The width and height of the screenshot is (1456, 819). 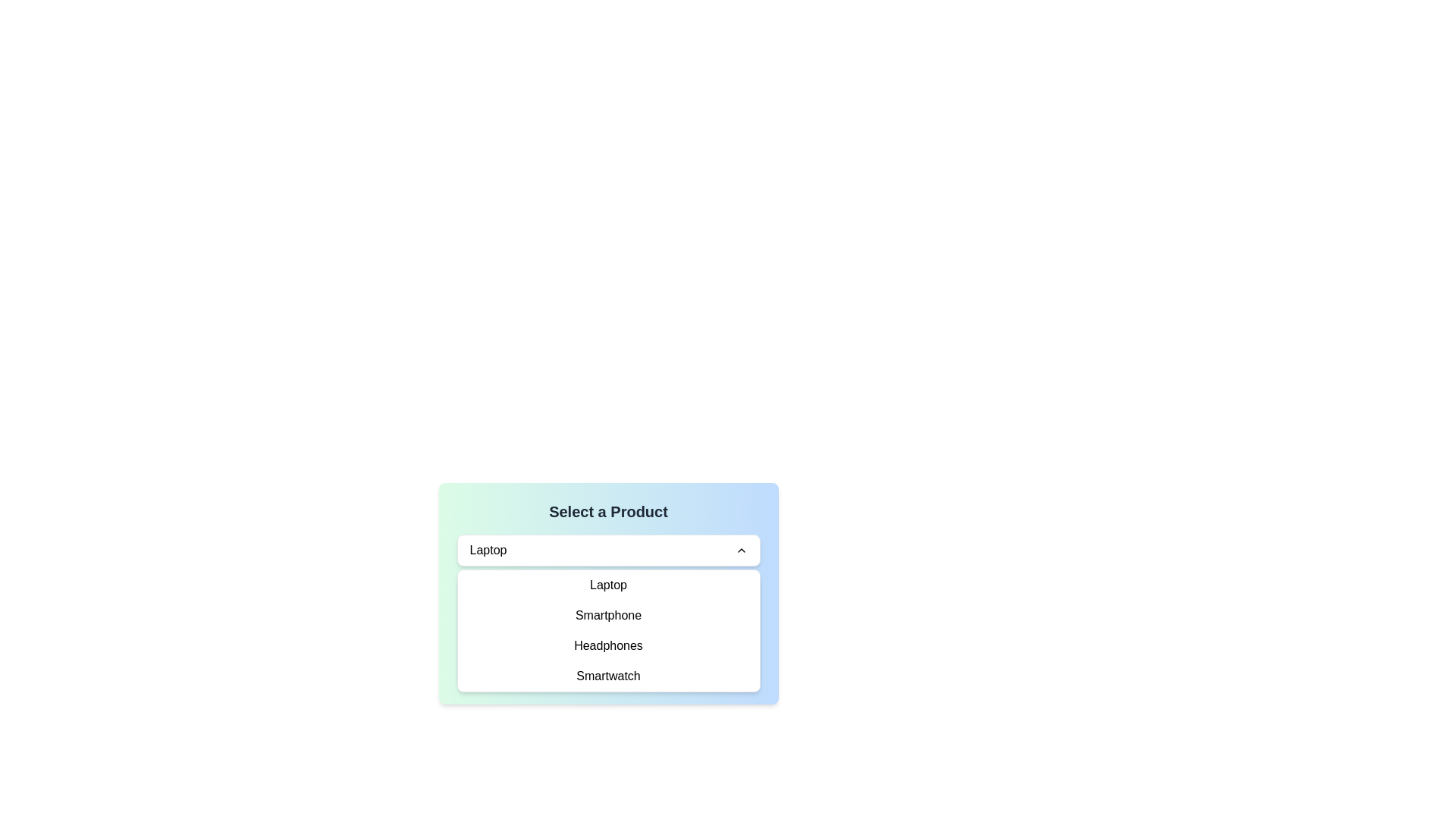 I want to click on the 'Smartphone' dropdown menu item, which is the second item in the dropdown list below 'Select a Product' and above 'Headphones', so click(x=608, y=616).